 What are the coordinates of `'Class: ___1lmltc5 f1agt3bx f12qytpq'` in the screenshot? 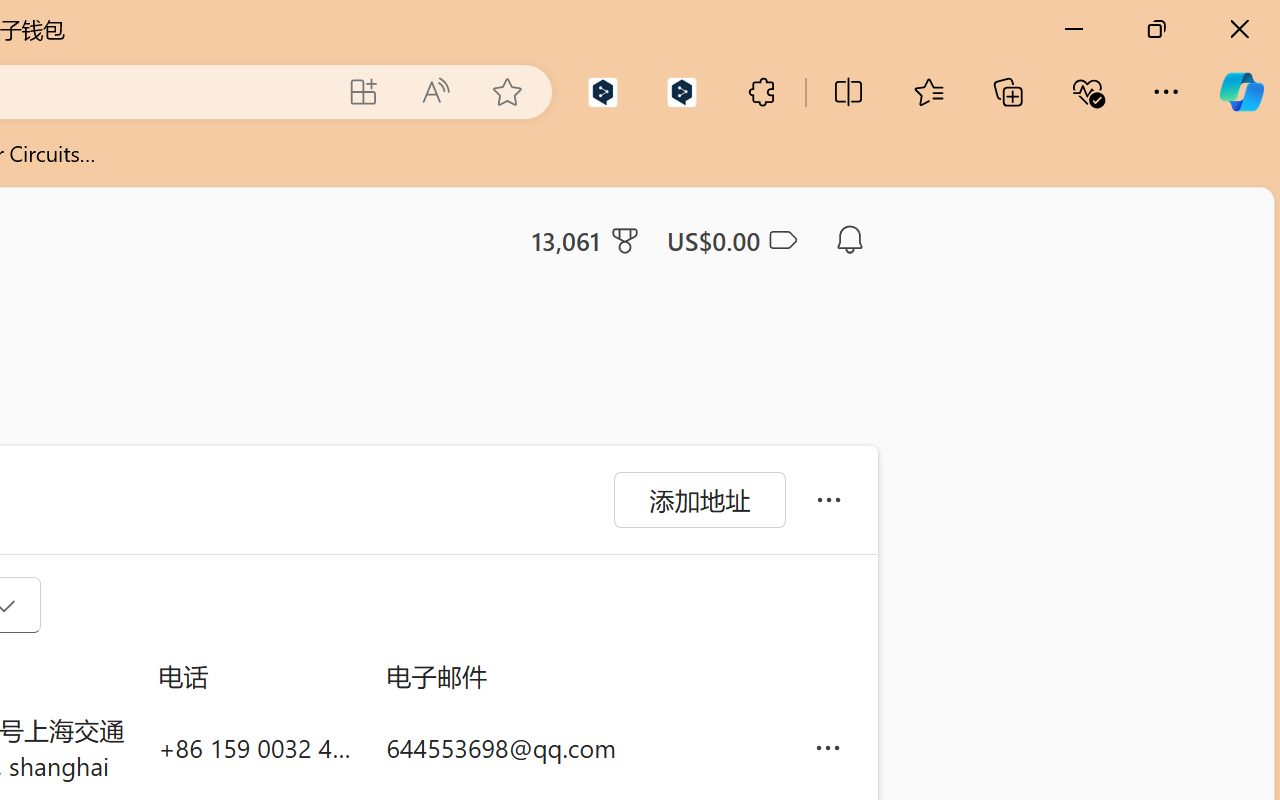 It's located at (780, 240).